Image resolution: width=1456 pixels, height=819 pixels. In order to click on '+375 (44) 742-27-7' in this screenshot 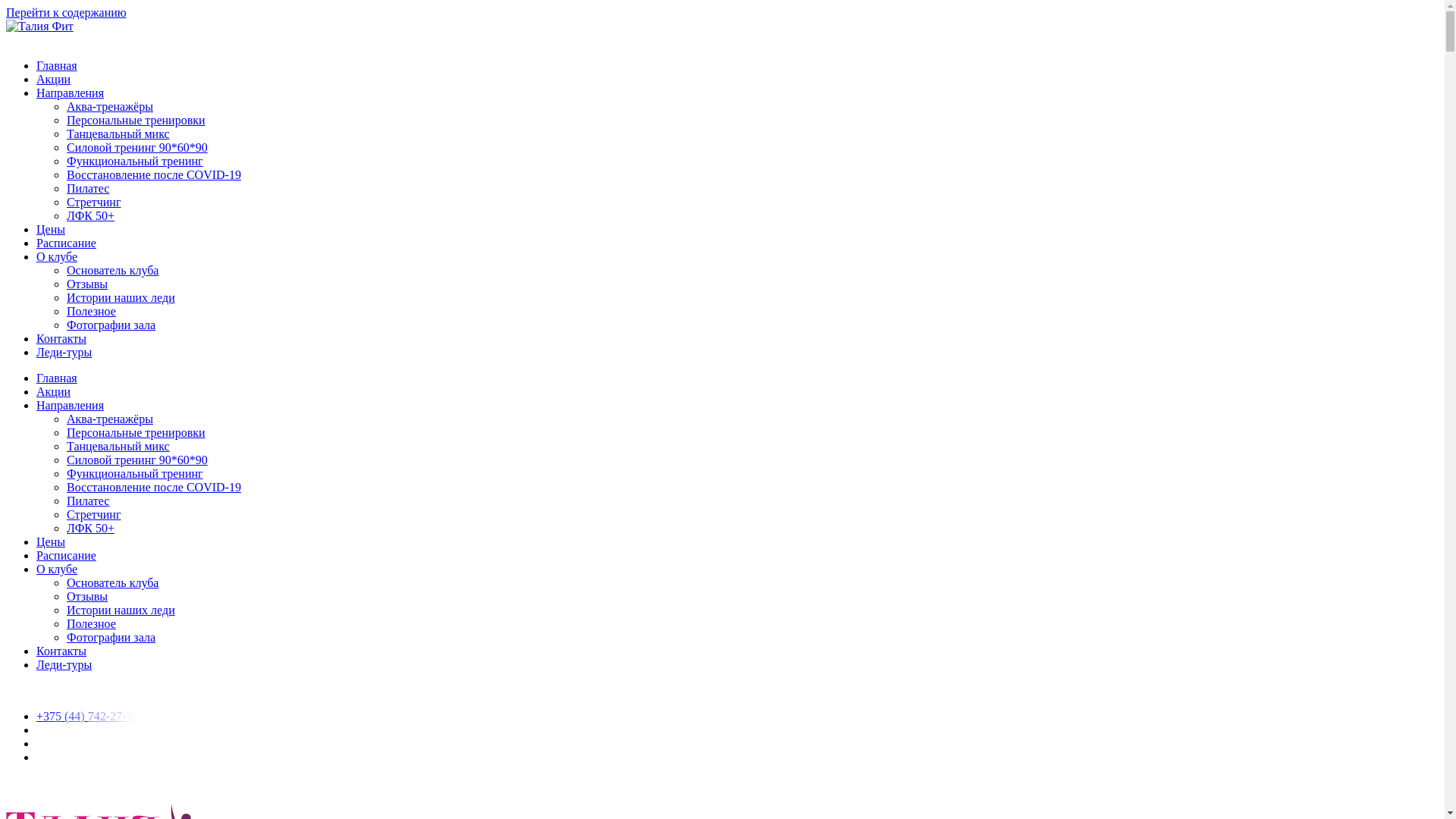, I will do `click(86, 716)`.